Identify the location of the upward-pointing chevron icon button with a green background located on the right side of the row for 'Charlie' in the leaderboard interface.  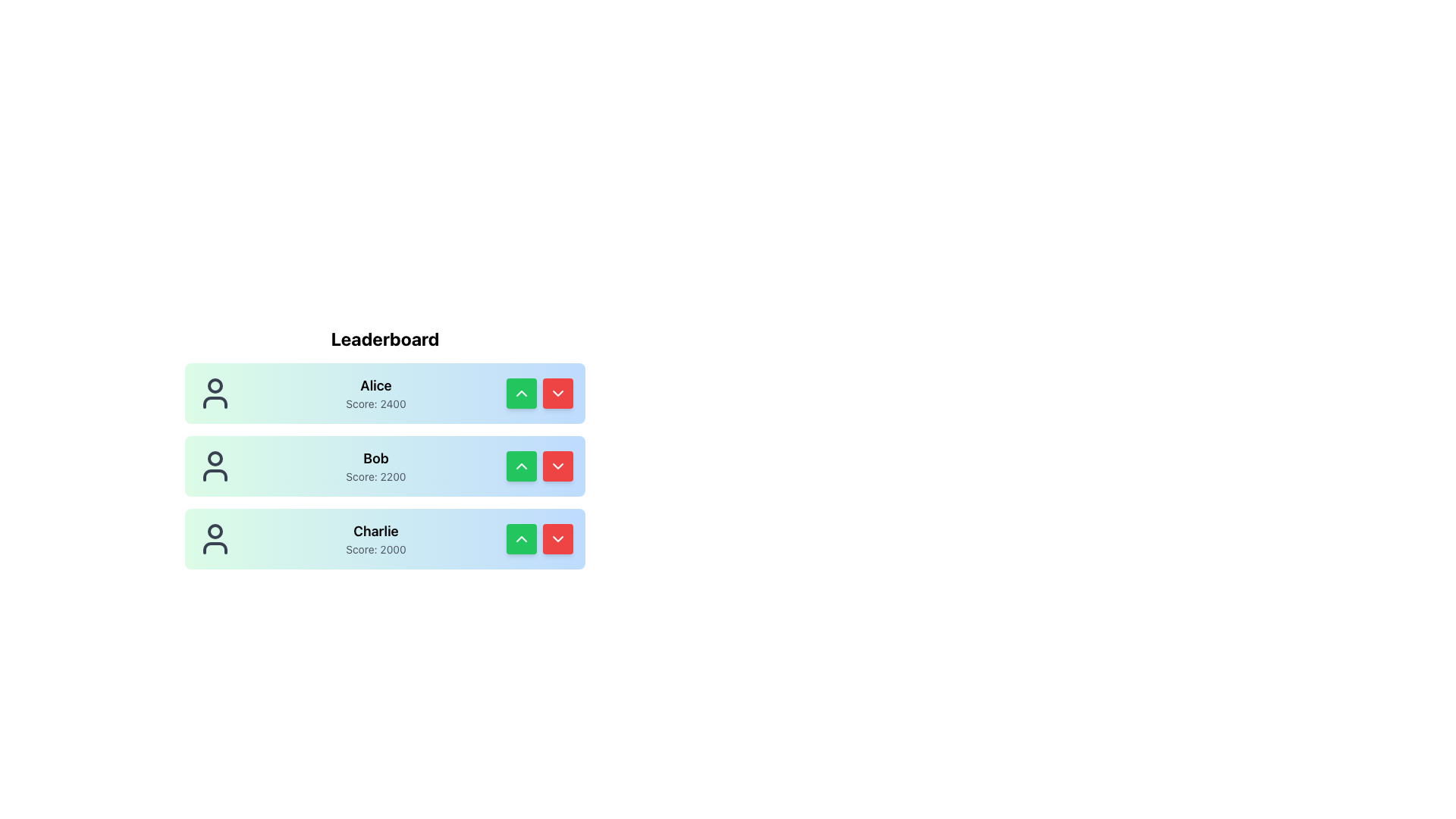
(521, 538).